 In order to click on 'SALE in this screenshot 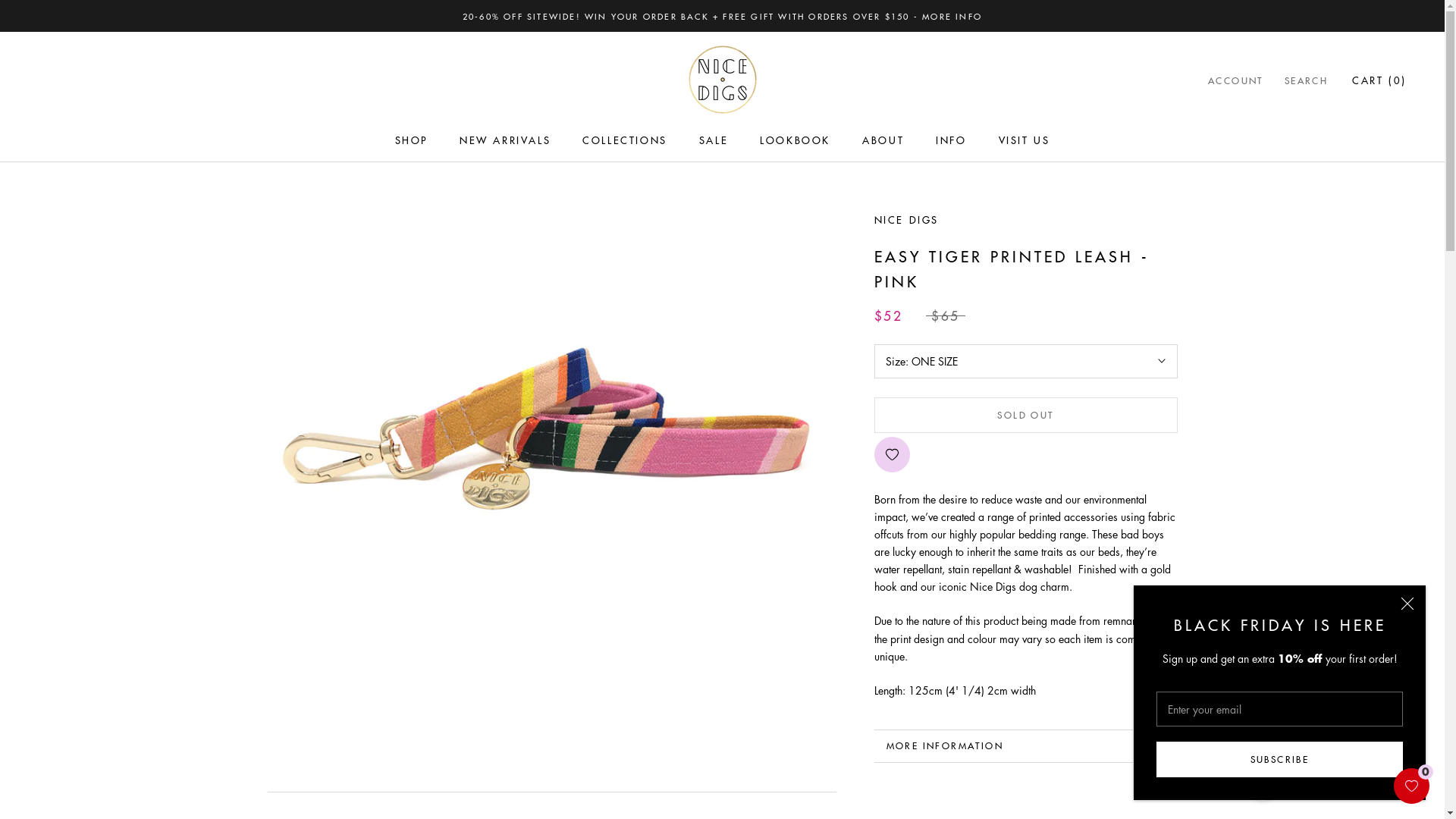, I will do `click(712, 140)`.